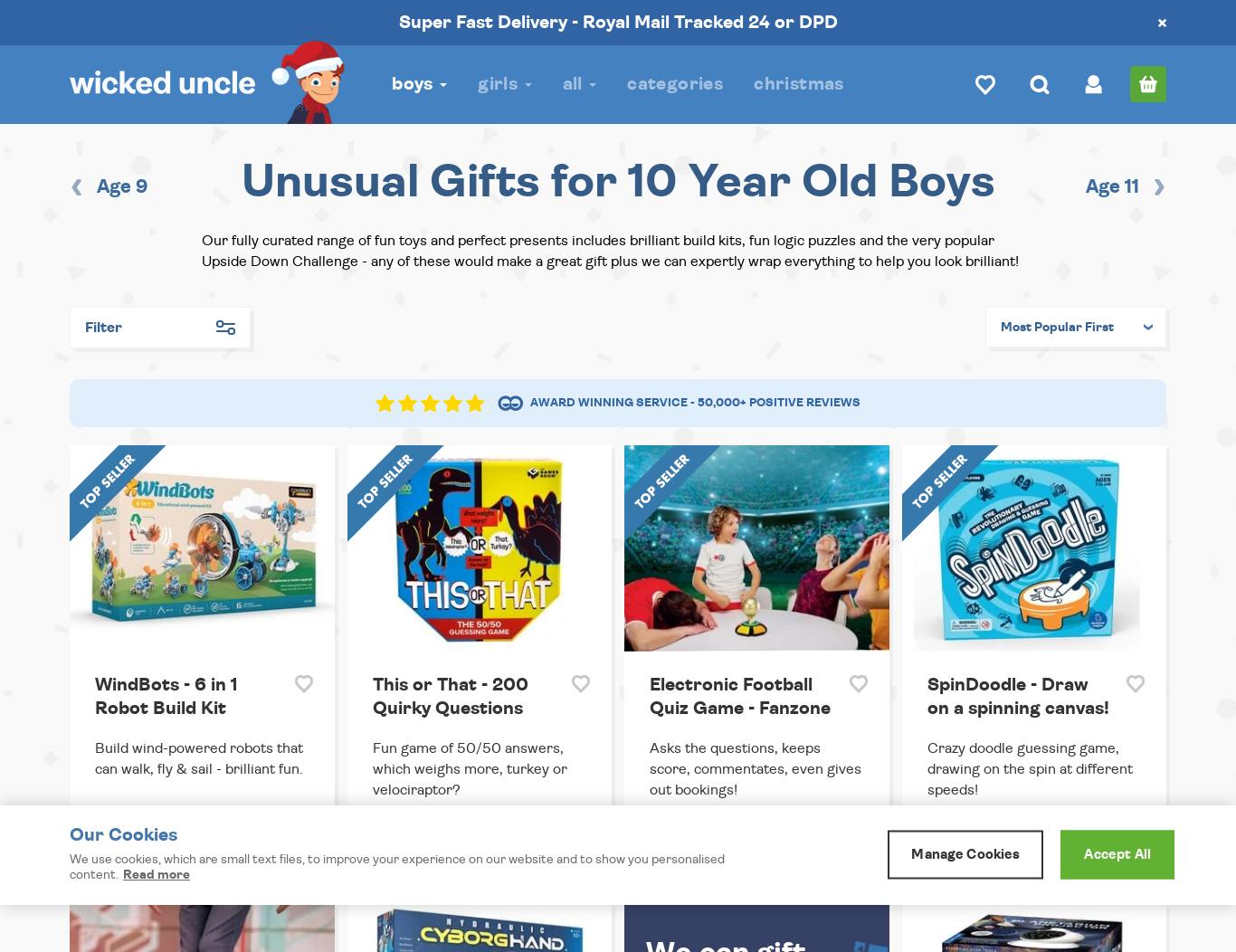 Image resolution: width=1236 pixels, height=952 pixels. Describe the element at coordinates (608, 403) in the screenshot. I see `'Award winning service'` at that location.